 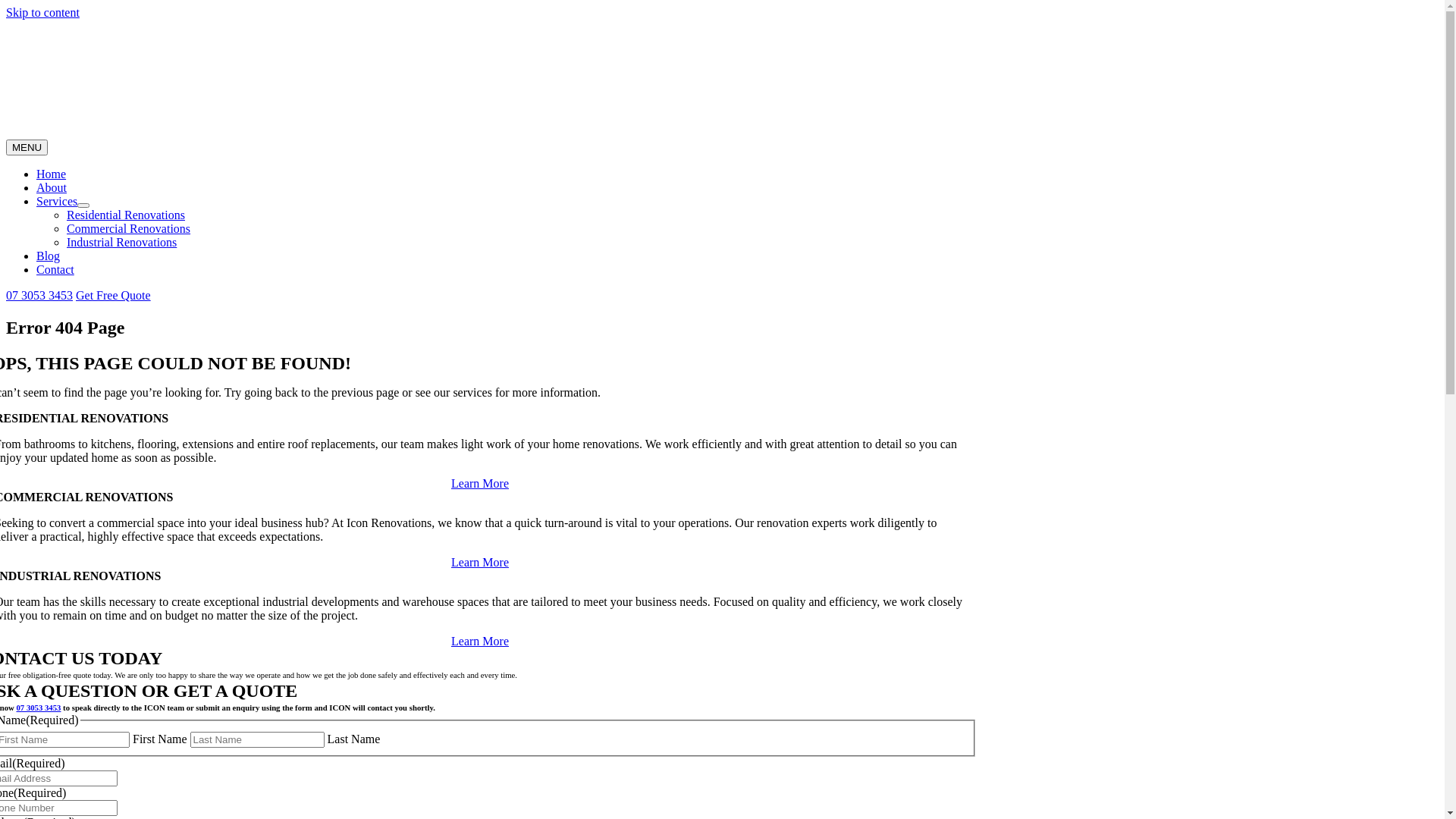 I want to click on 'Skip to content', so click(x=42, y=12).